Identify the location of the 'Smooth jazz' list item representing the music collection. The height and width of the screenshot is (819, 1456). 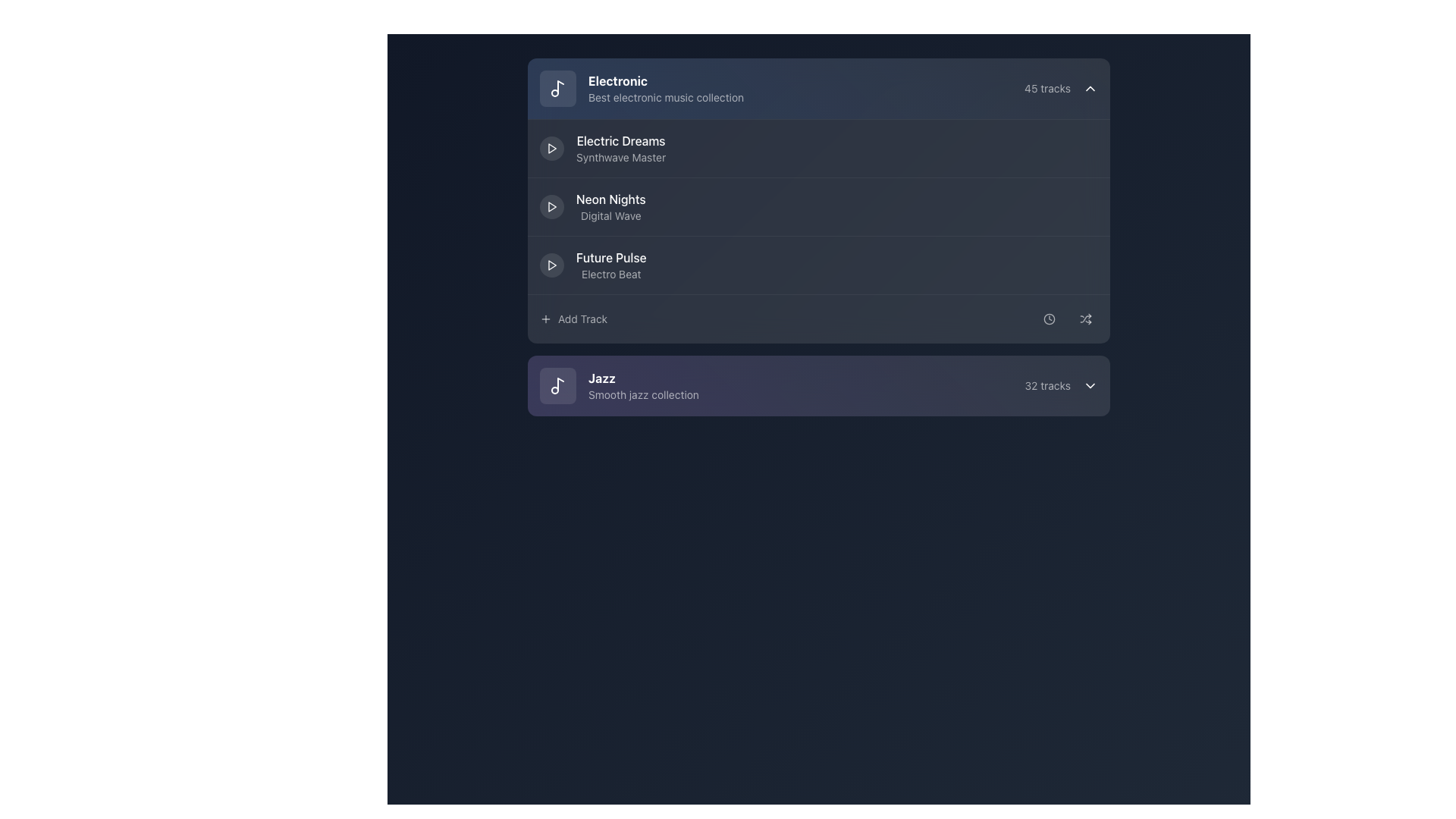
(619, 385).